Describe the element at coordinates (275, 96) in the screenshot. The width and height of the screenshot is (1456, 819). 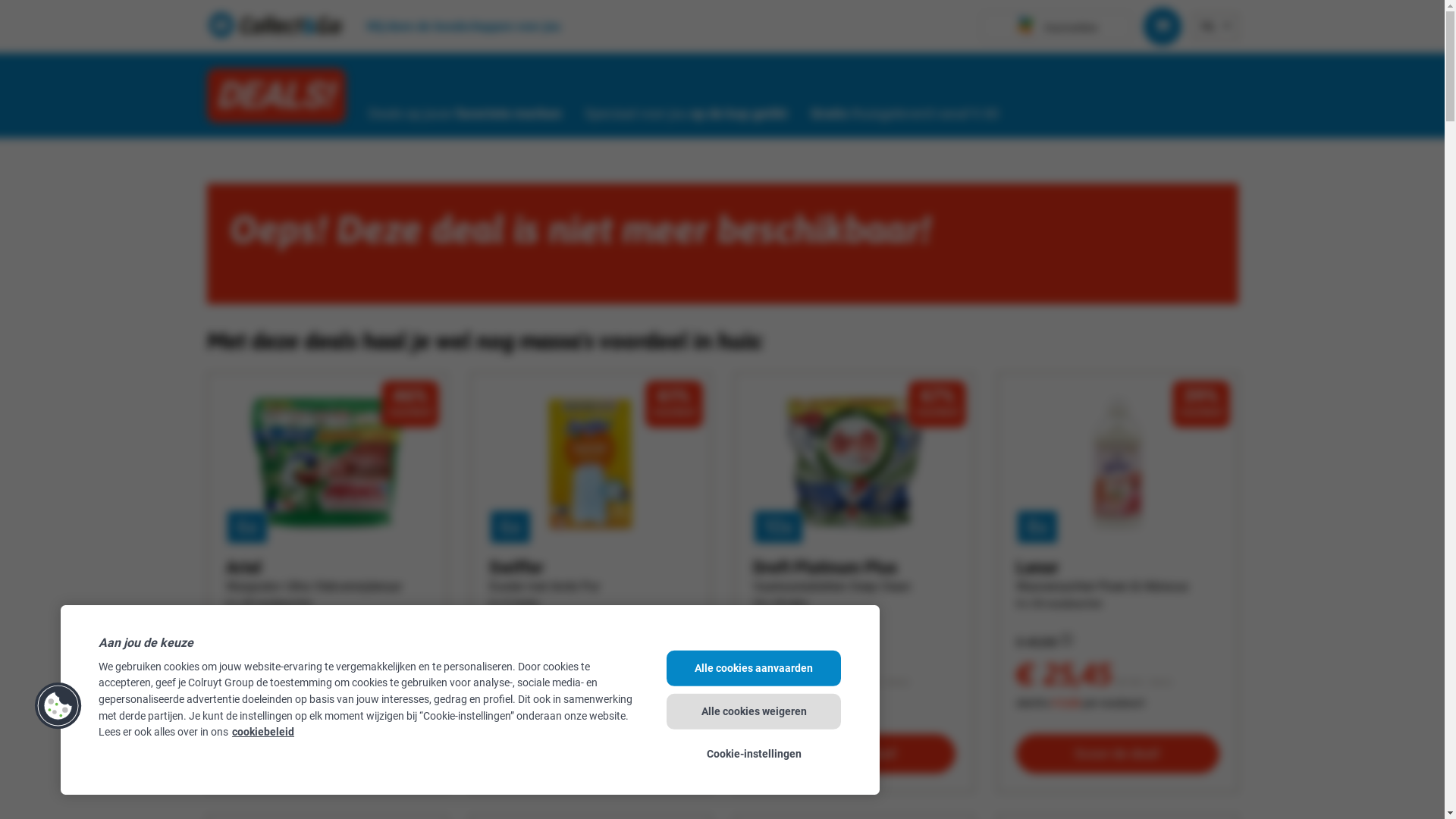
I see `'DEALS!'` at that location.